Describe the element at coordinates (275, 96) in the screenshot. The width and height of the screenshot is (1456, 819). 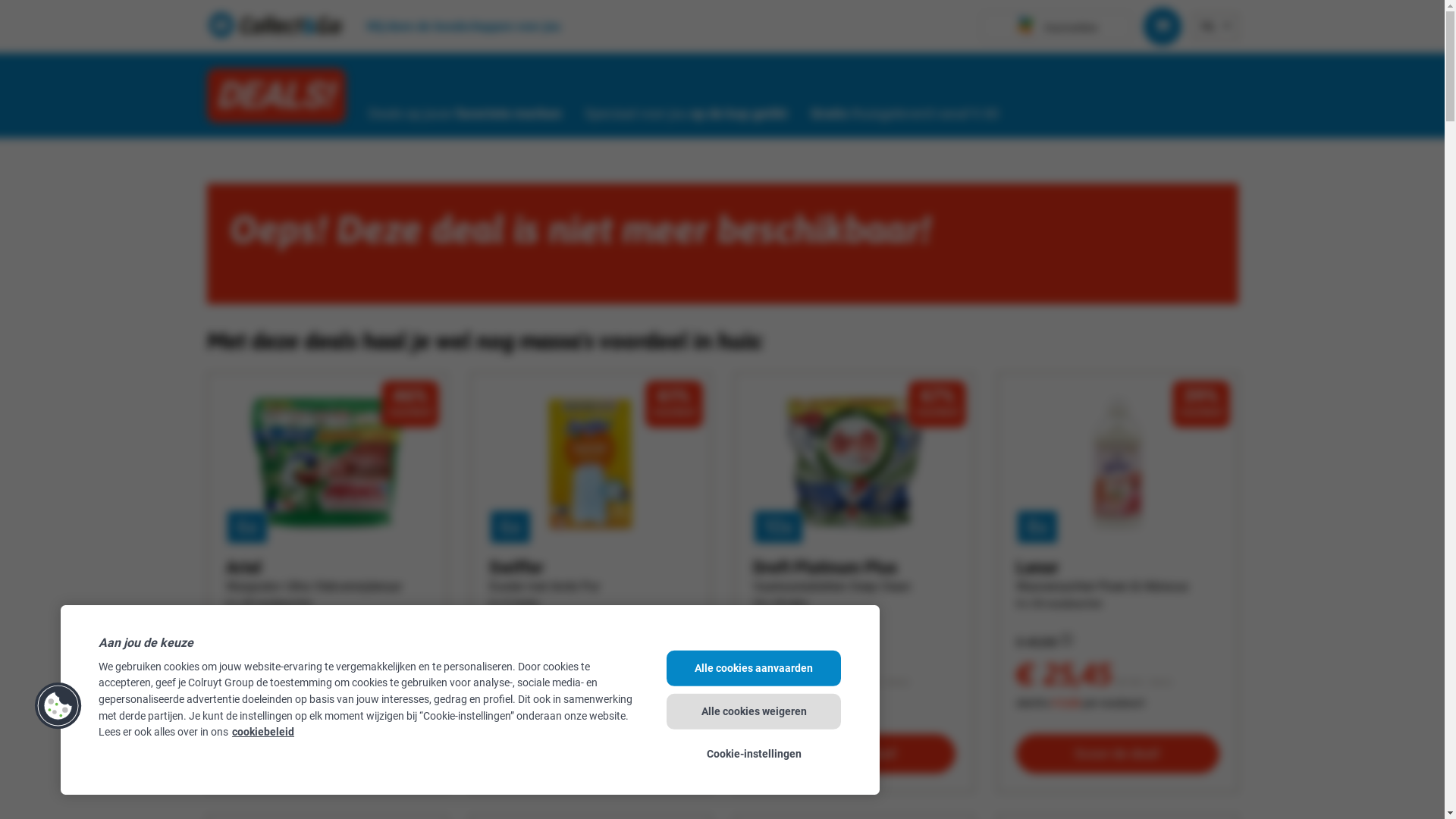
I see `'DEALS!'` at that location.